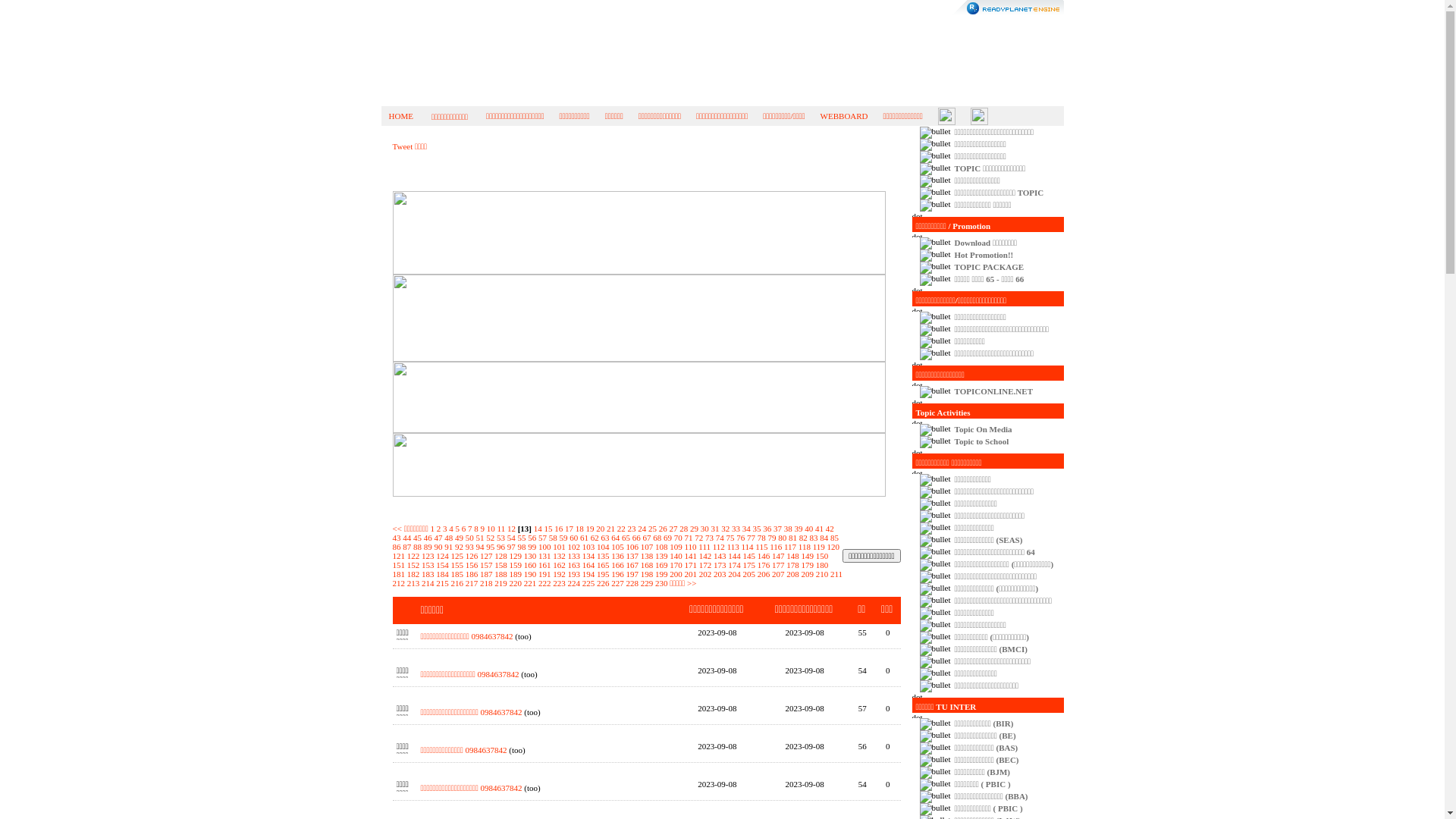 The height and width of the screenshot is (819, 1456). I want to click on '157', so click(486, 564).